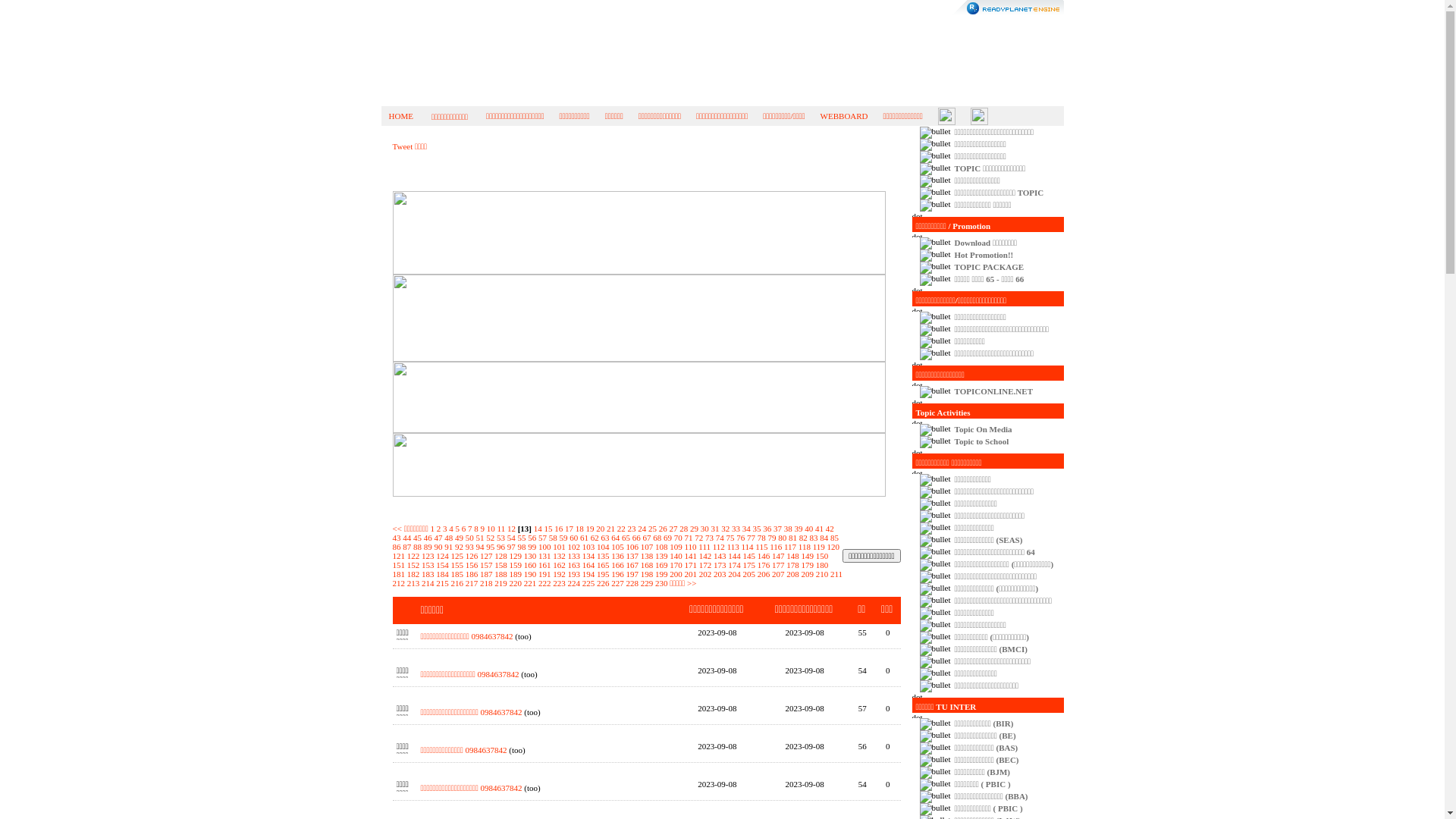 The height and width of the screenshot is (819, 1456). I want to click on '157', so click(486, 564).